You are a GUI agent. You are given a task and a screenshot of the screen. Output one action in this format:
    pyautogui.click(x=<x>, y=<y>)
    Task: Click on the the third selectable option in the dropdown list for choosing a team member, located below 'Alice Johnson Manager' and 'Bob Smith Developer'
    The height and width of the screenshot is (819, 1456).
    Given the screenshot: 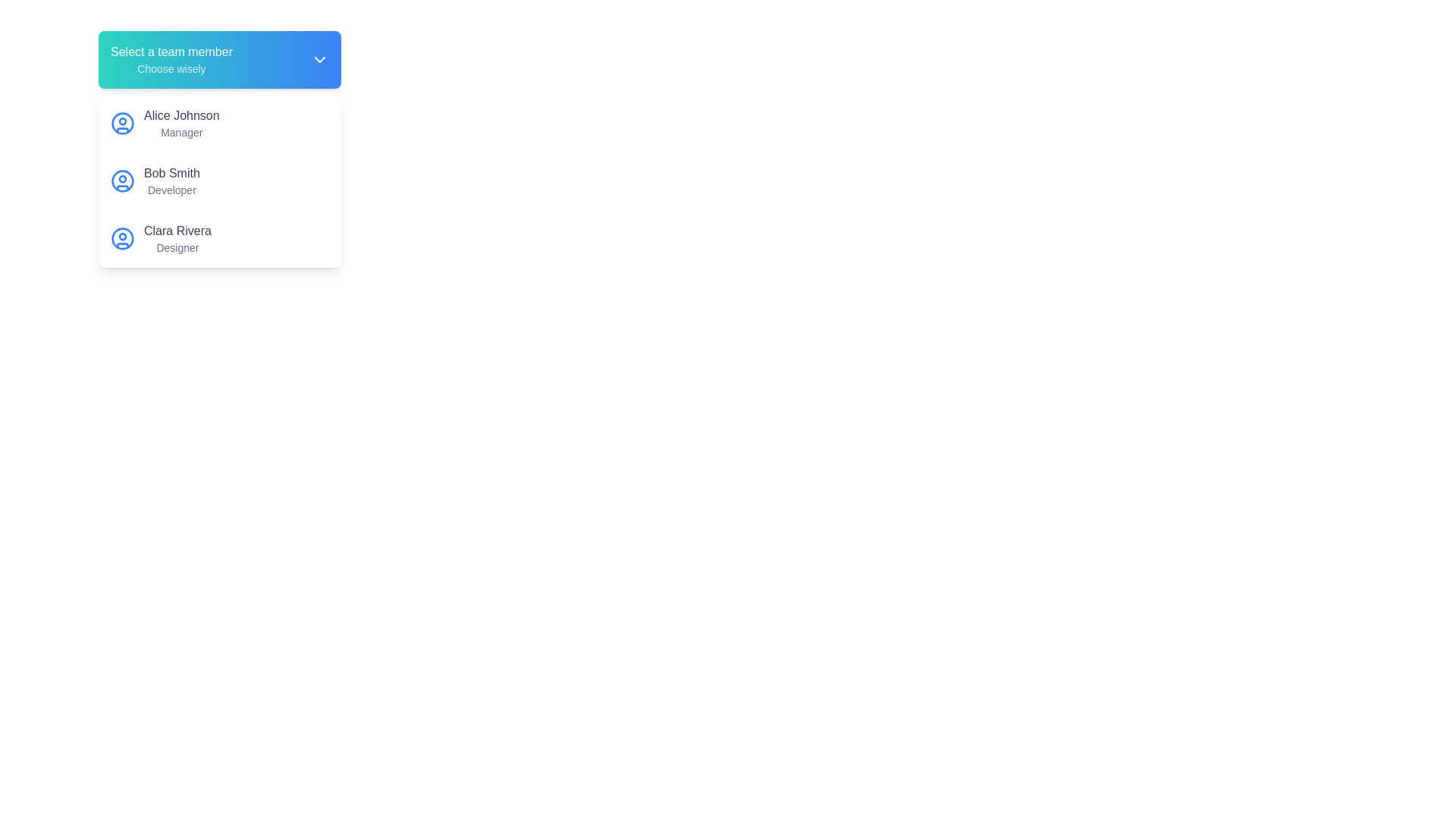 What is the action you would take?
    pyautogui.click(x=218, y=239)
    